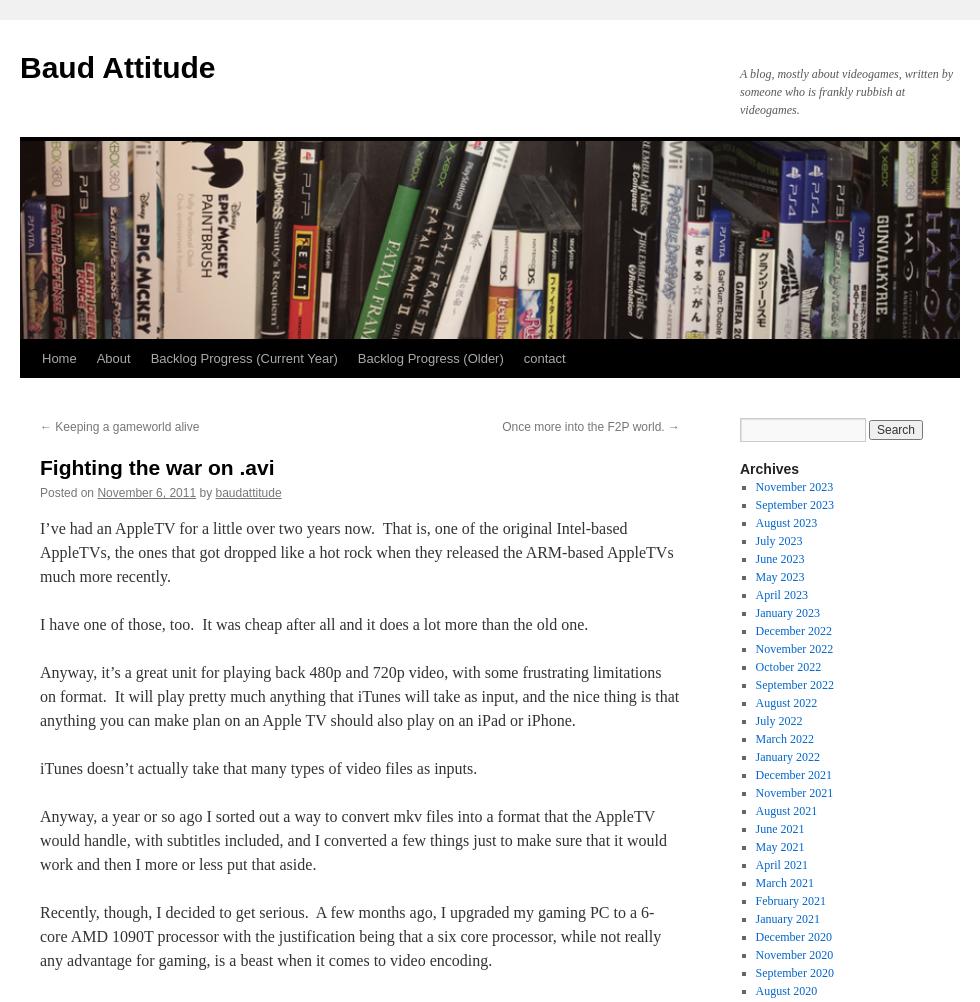 This screenshot has width=980, height=1002. I want to click on 'March 2022', so click(754, 738).